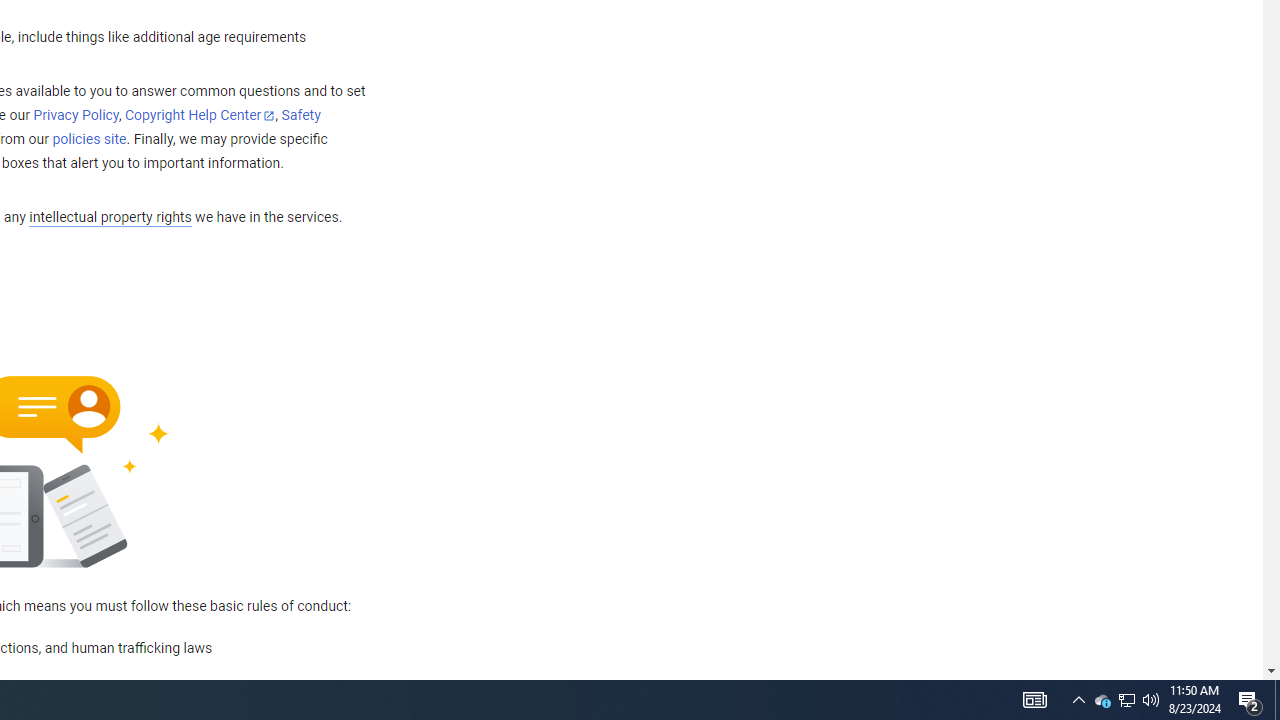 The height and width of the screenshot is (720, 1280). What do you see at coordinates (109, 218) in the screenshot?
I see `'intellectual property rights'` at bounding box center [109, 218].